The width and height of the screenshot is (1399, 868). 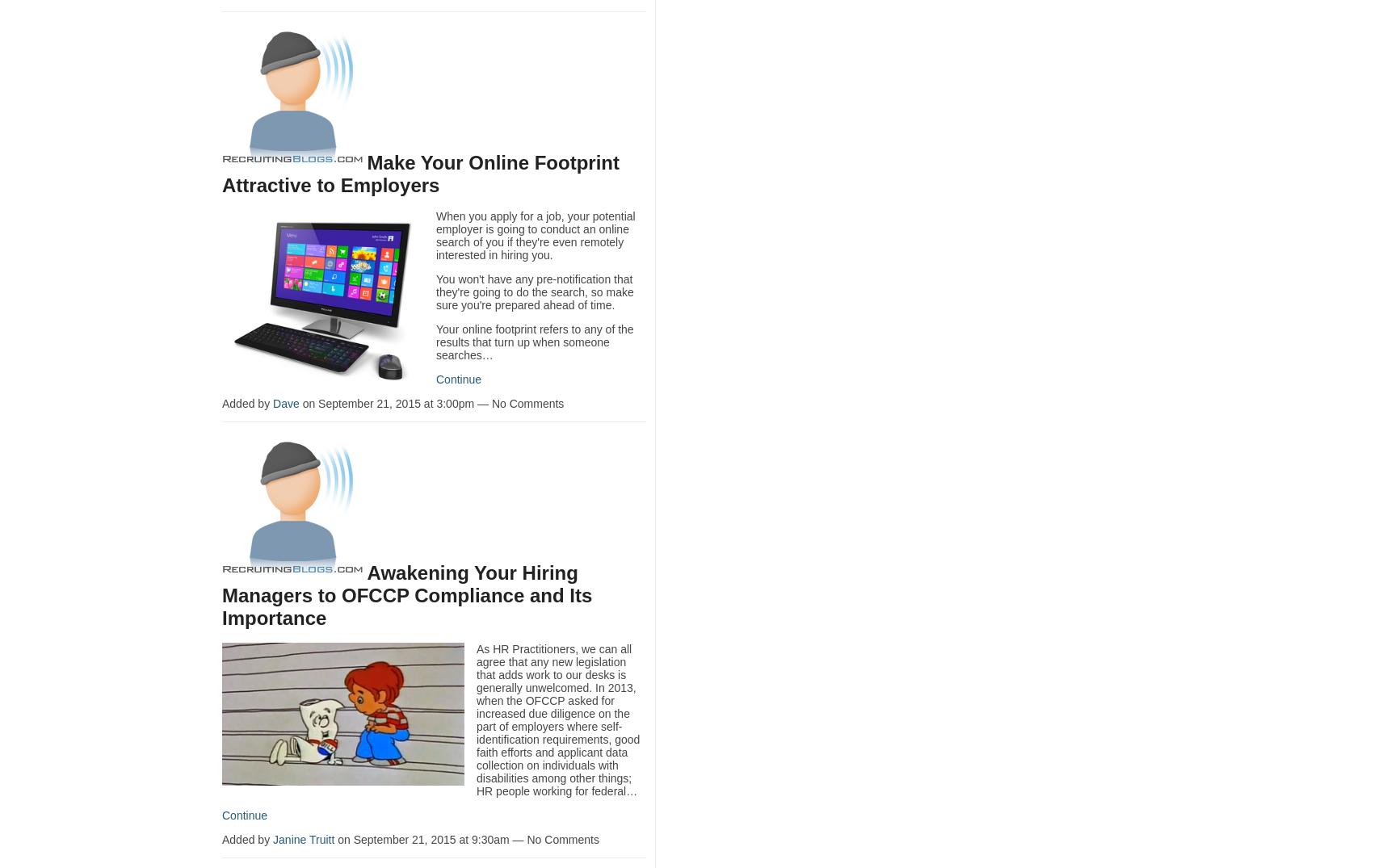 I want to click on 'Awakening Your Hiring Managers to OFCCP Compliance and Its Importance', so click(x=221, y=594).